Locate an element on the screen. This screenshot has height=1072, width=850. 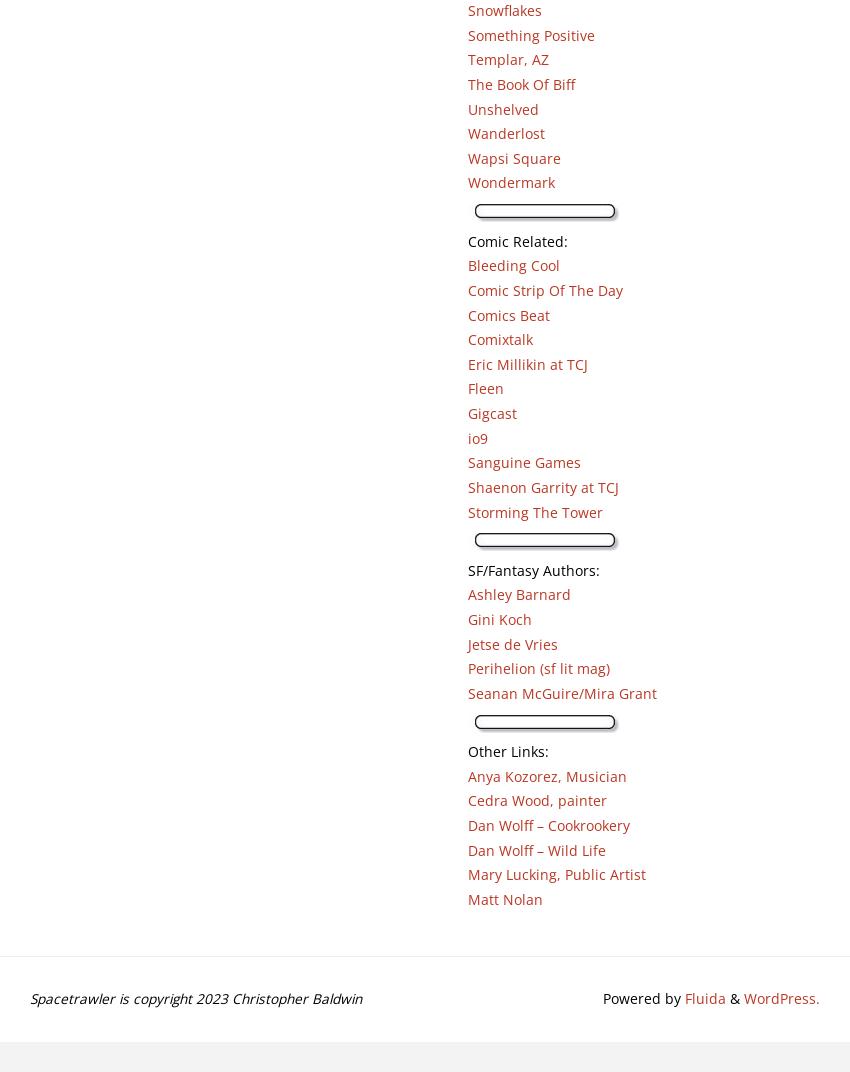
'io9' is located at coordinates (477, 436).